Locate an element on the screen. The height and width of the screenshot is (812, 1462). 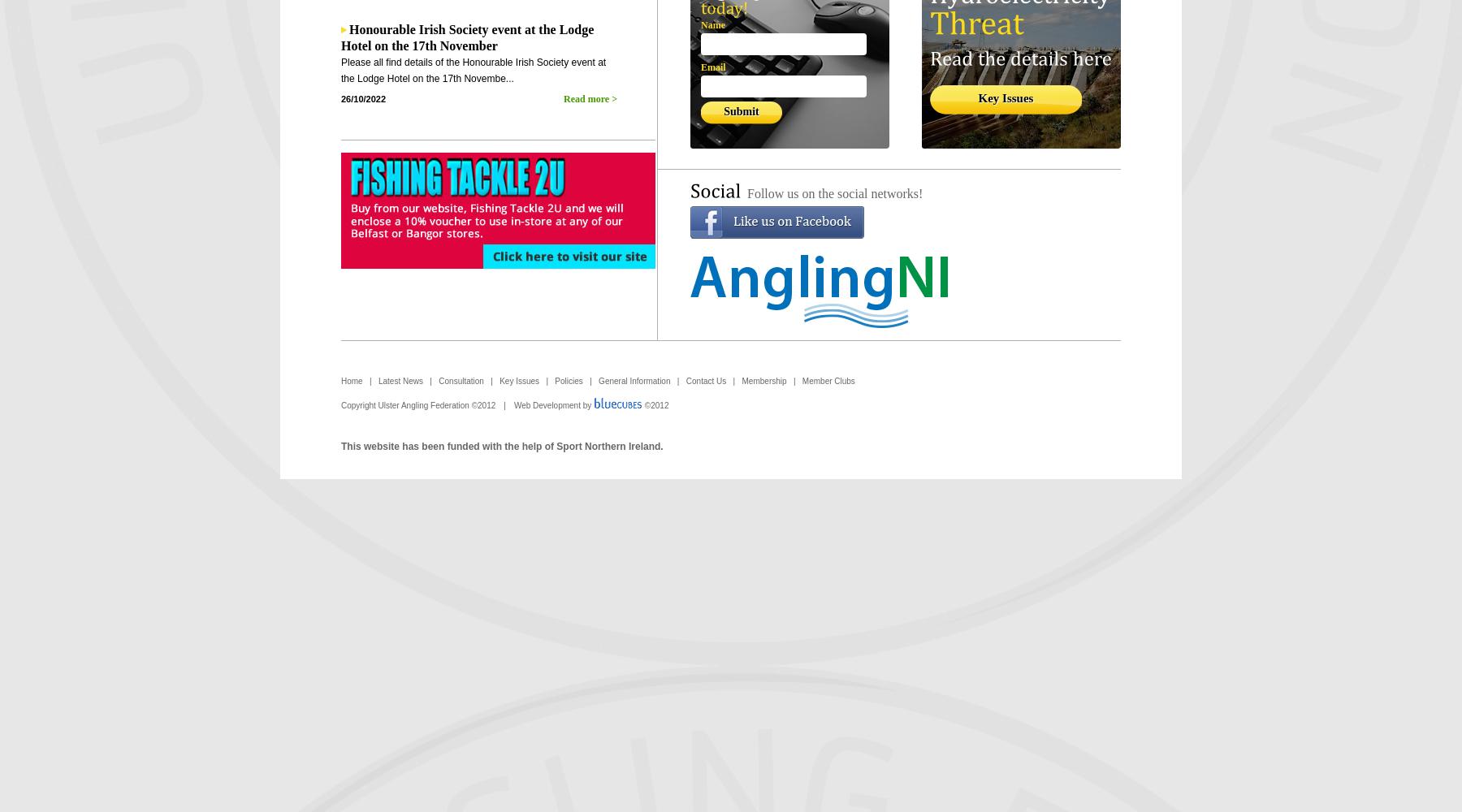
'Policies' is located at coordinates (568, 380).